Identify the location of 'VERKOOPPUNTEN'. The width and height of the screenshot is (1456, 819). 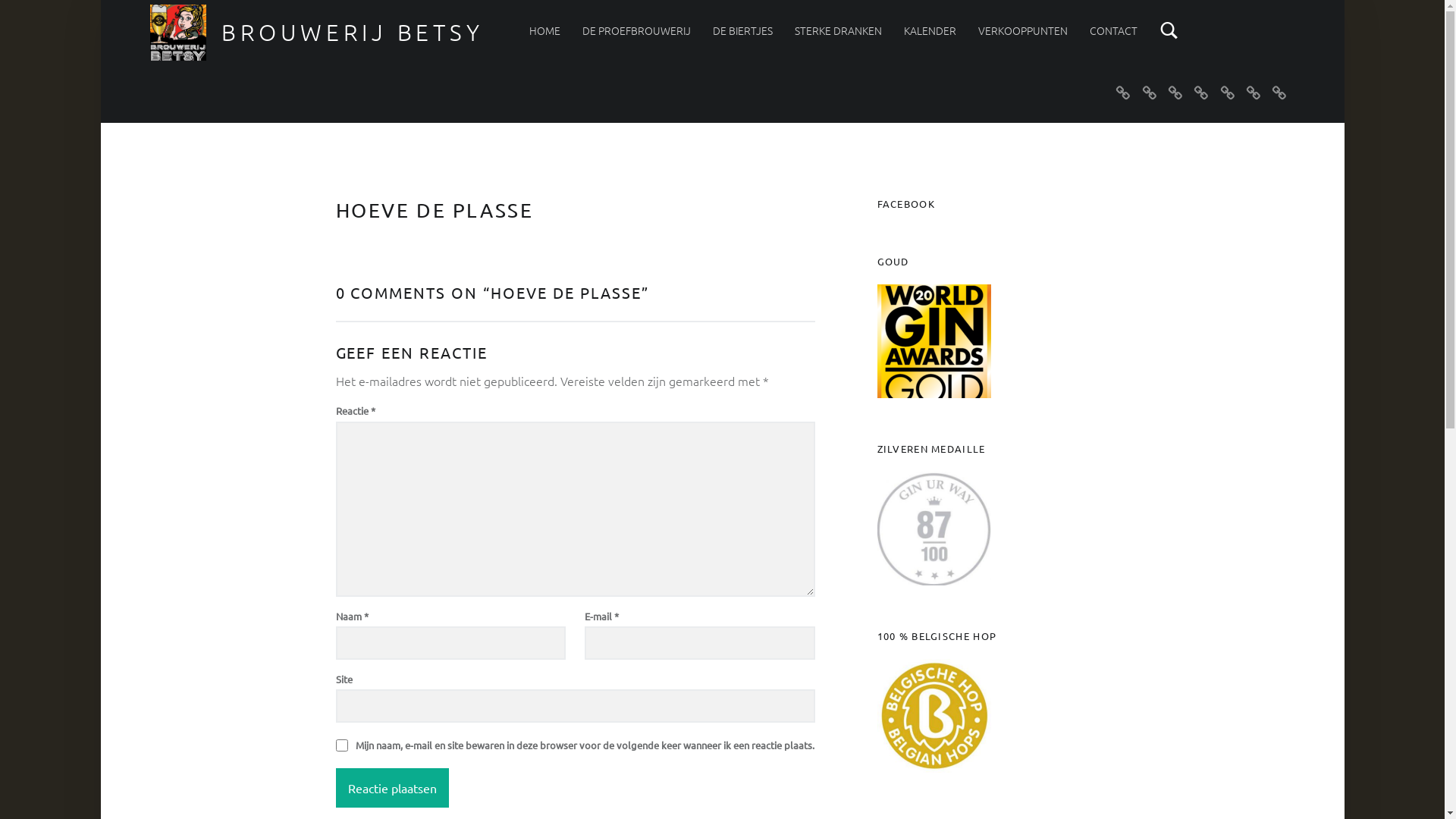
(1022, 30).